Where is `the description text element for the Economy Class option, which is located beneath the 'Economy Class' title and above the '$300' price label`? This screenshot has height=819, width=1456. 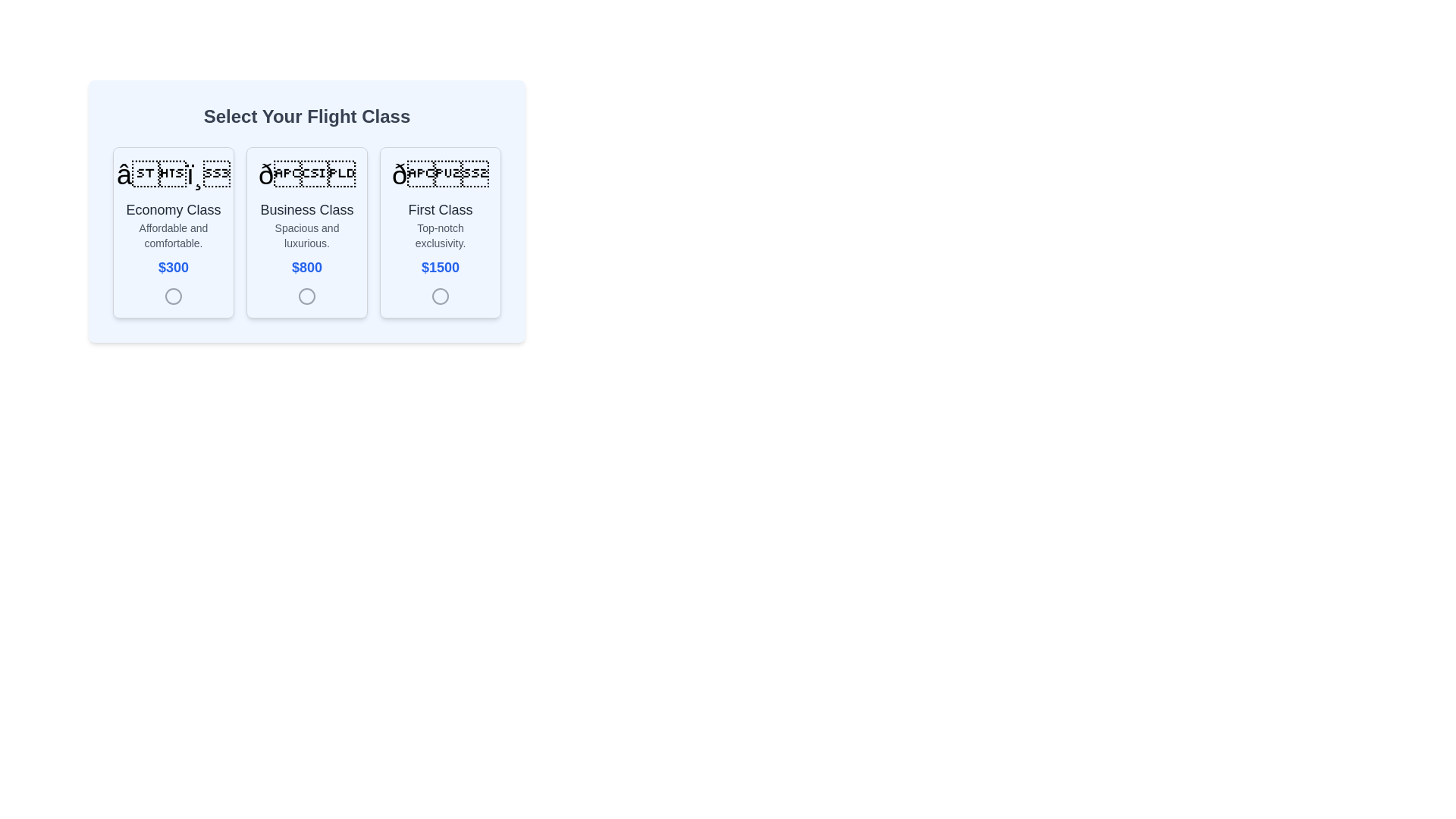
the description text element for the Economy Class option, which is located beneath the 'Economy Class' title and above the '$300' price label is located at coordinates (174, 236).